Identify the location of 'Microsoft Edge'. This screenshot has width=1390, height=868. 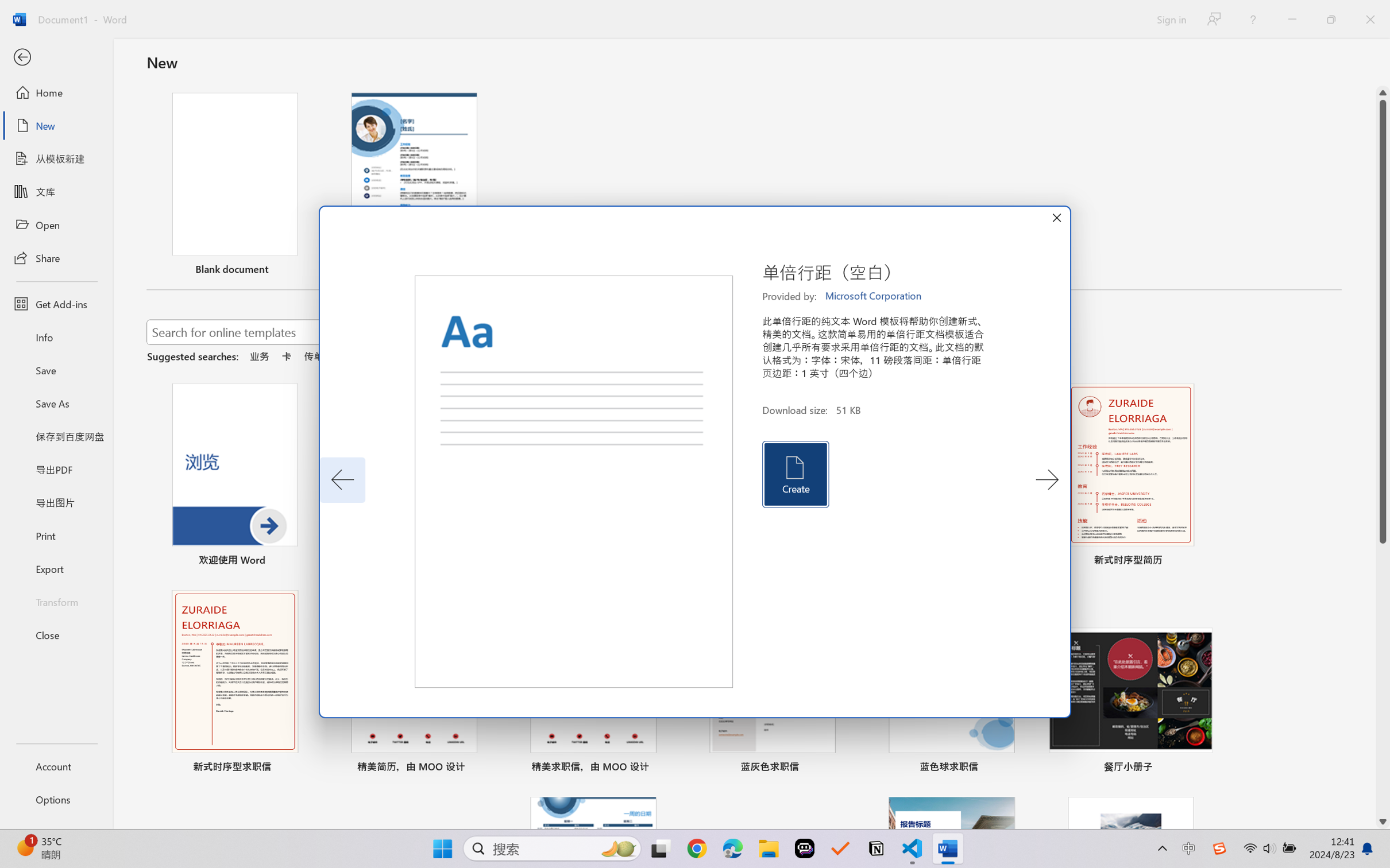
(732, 848).